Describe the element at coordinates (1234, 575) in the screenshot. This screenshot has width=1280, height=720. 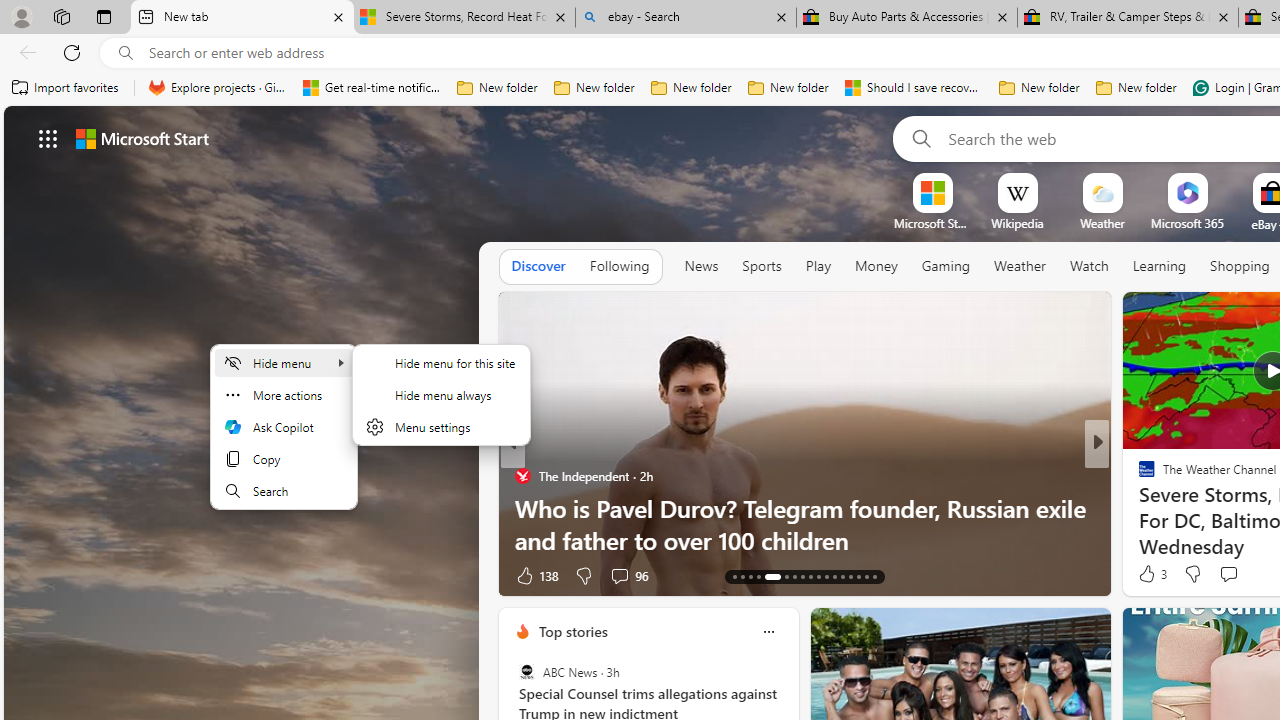
I see `'View comments 1 Comment'` at that location.